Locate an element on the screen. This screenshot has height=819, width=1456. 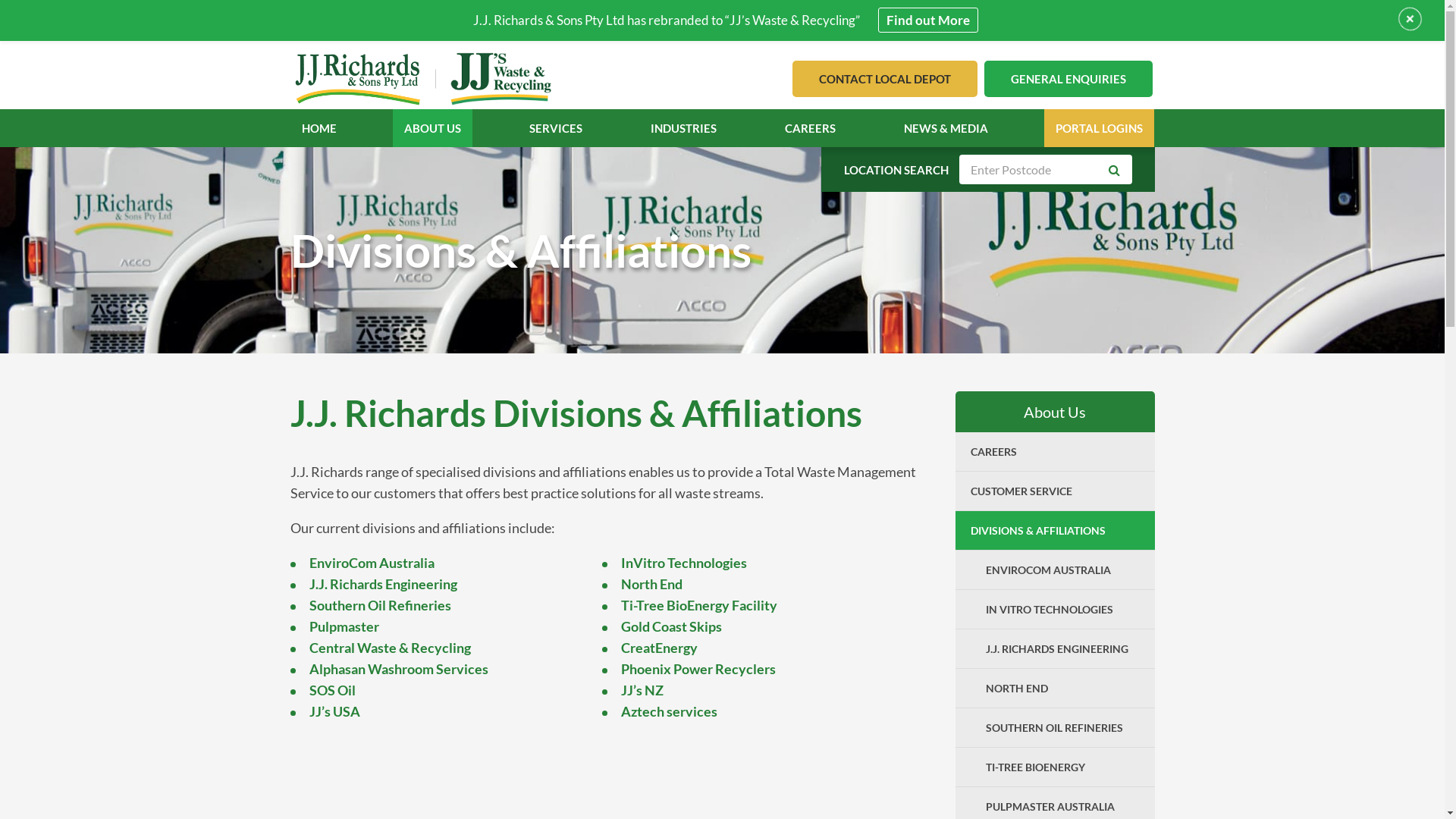
'TI-TREE BIOENERGY' is located at coordinates (1062, 767).